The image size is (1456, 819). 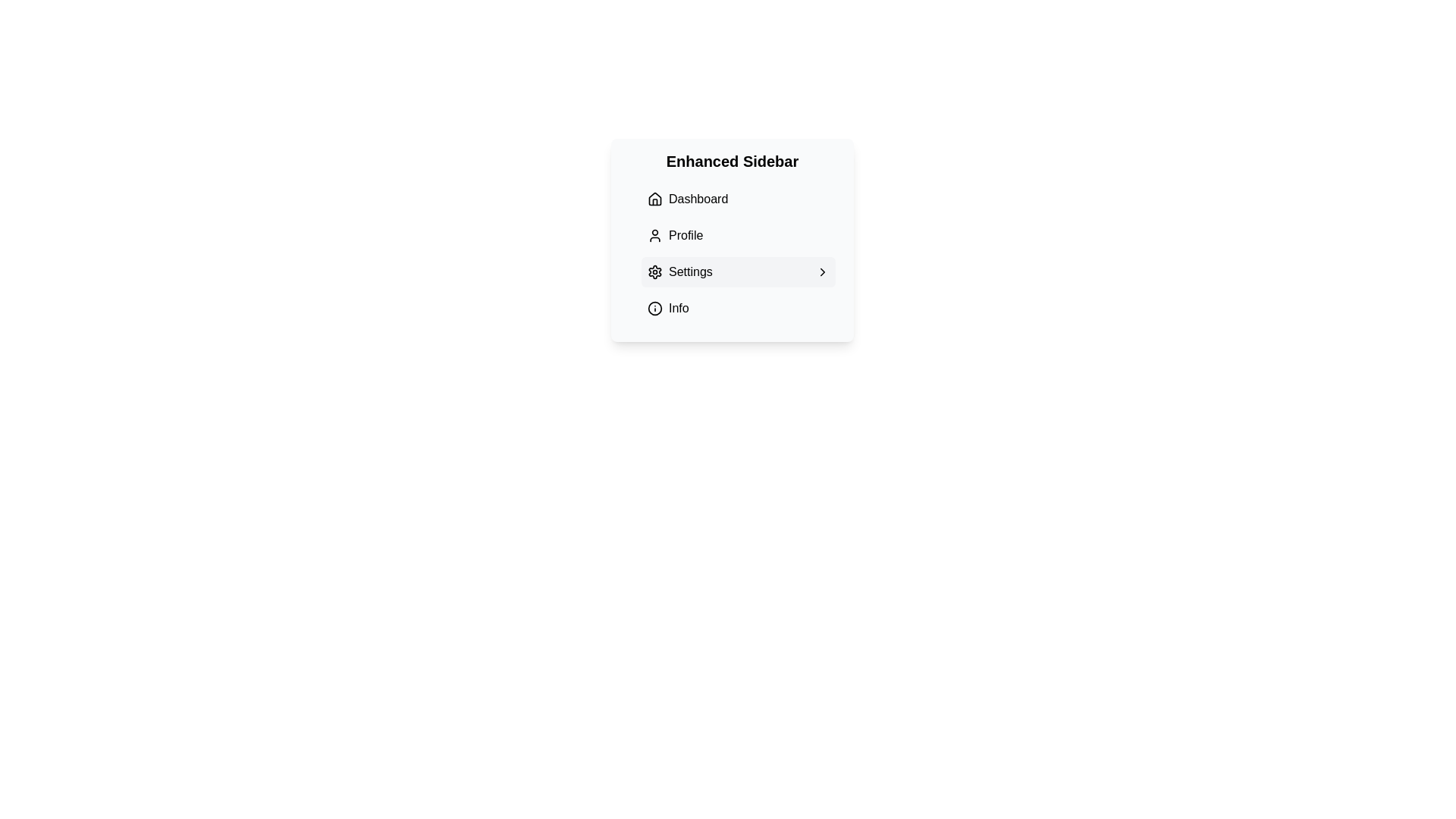 What do you see at coordinates (655, 308) in the screenshot?
I see `the 'Info' icon located in the bottom entry of the 'Enhanced Sidebar'` at bounding box center [655, 308].